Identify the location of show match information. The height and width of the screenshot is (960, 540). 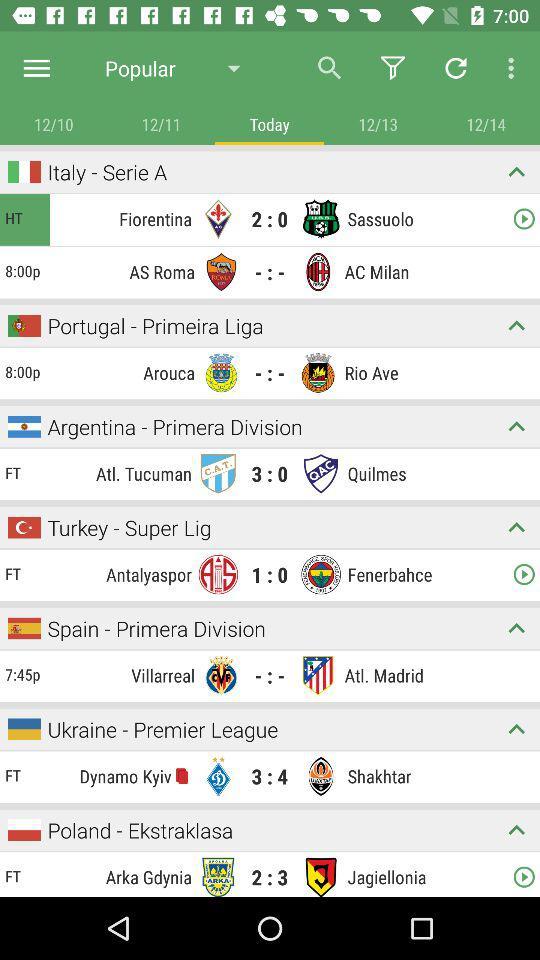
(516, 426).